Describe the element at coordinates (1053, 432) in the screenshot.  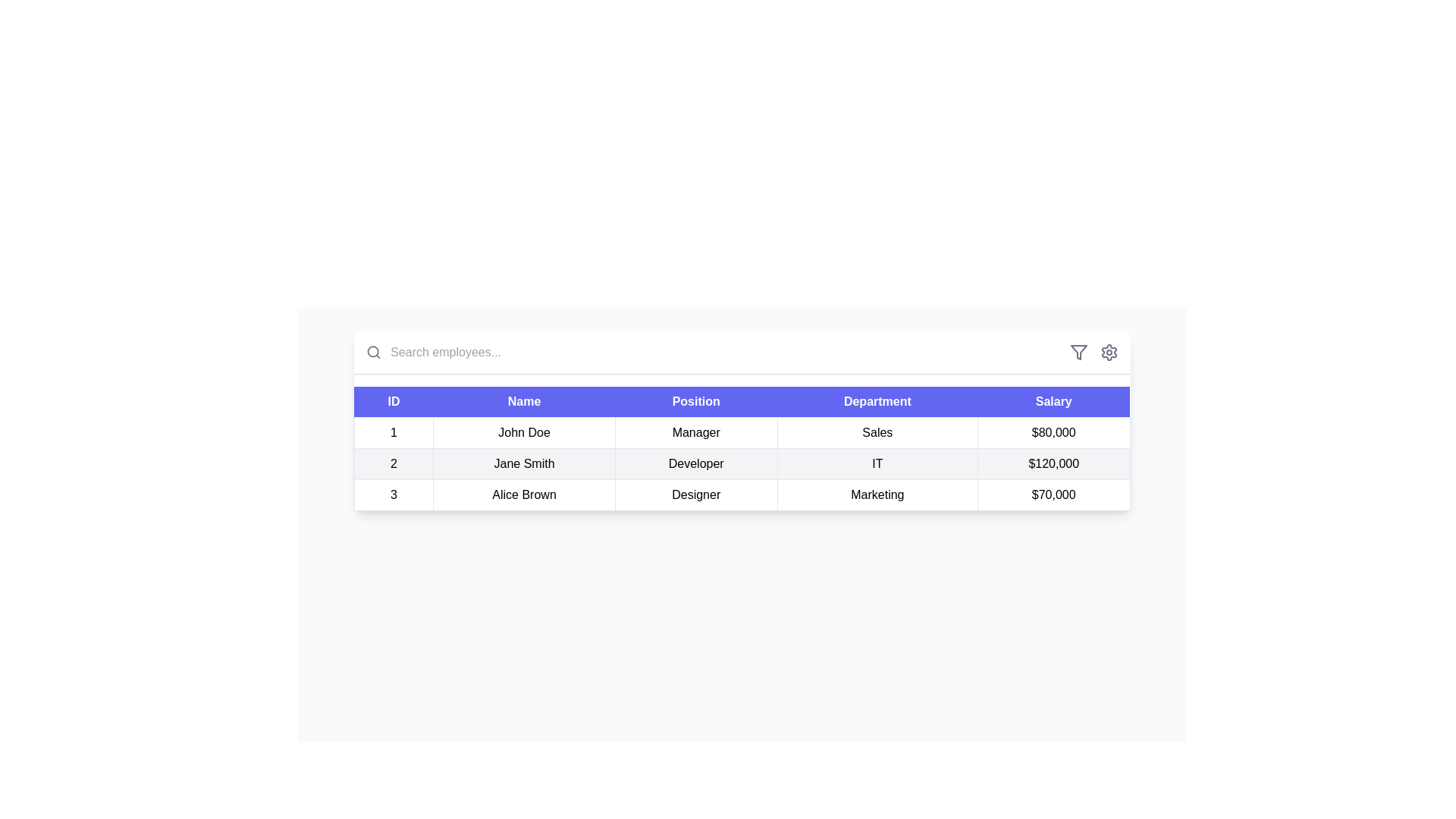
I see `the text displaying the salary of $80,000 in the Salary column of the table` at that location.